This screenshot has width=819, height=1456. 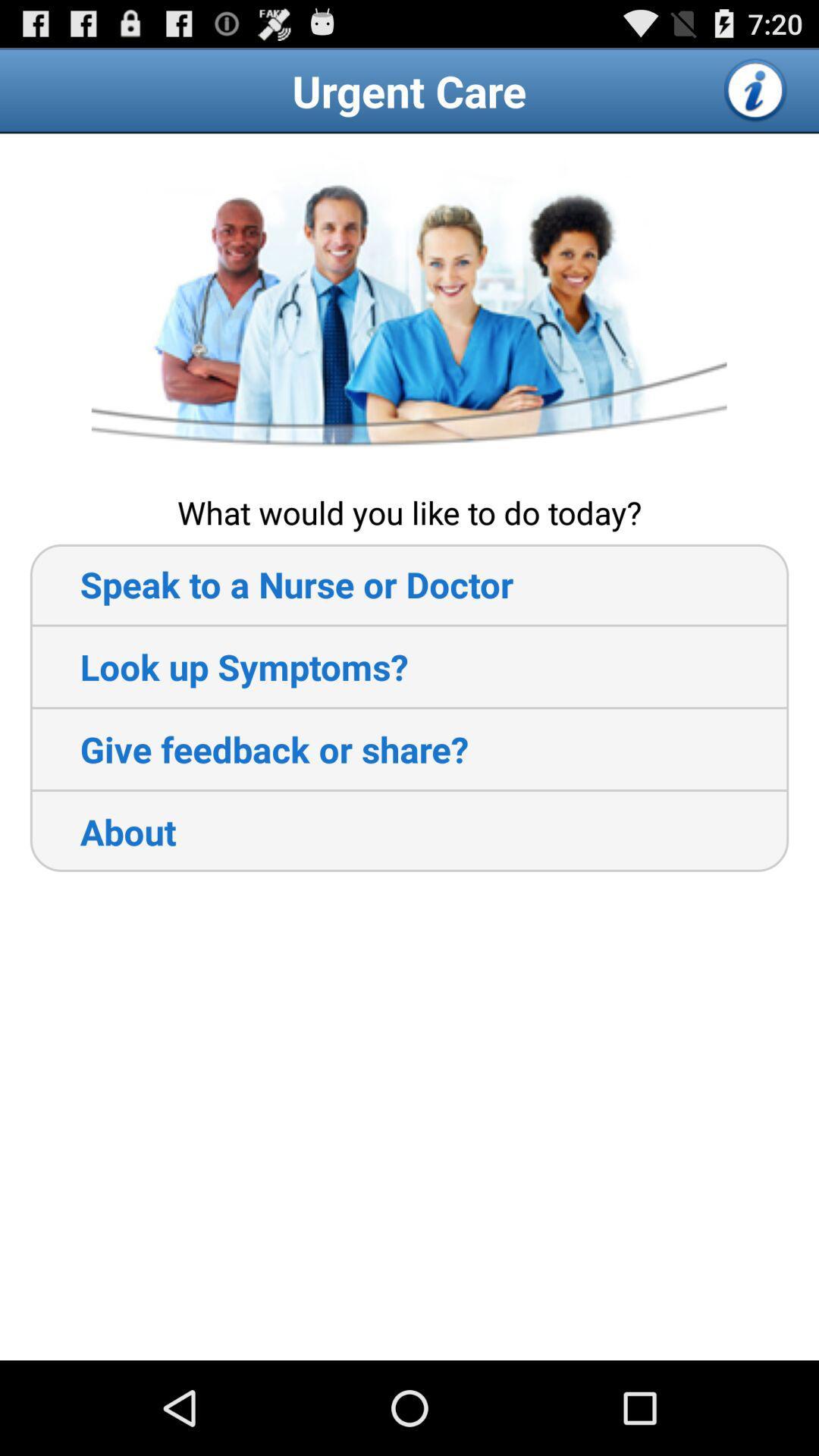 What do you see at coordinates (248, 749) in the screenshot?
I see `app above the about icon` at bounding box center [248, 749].